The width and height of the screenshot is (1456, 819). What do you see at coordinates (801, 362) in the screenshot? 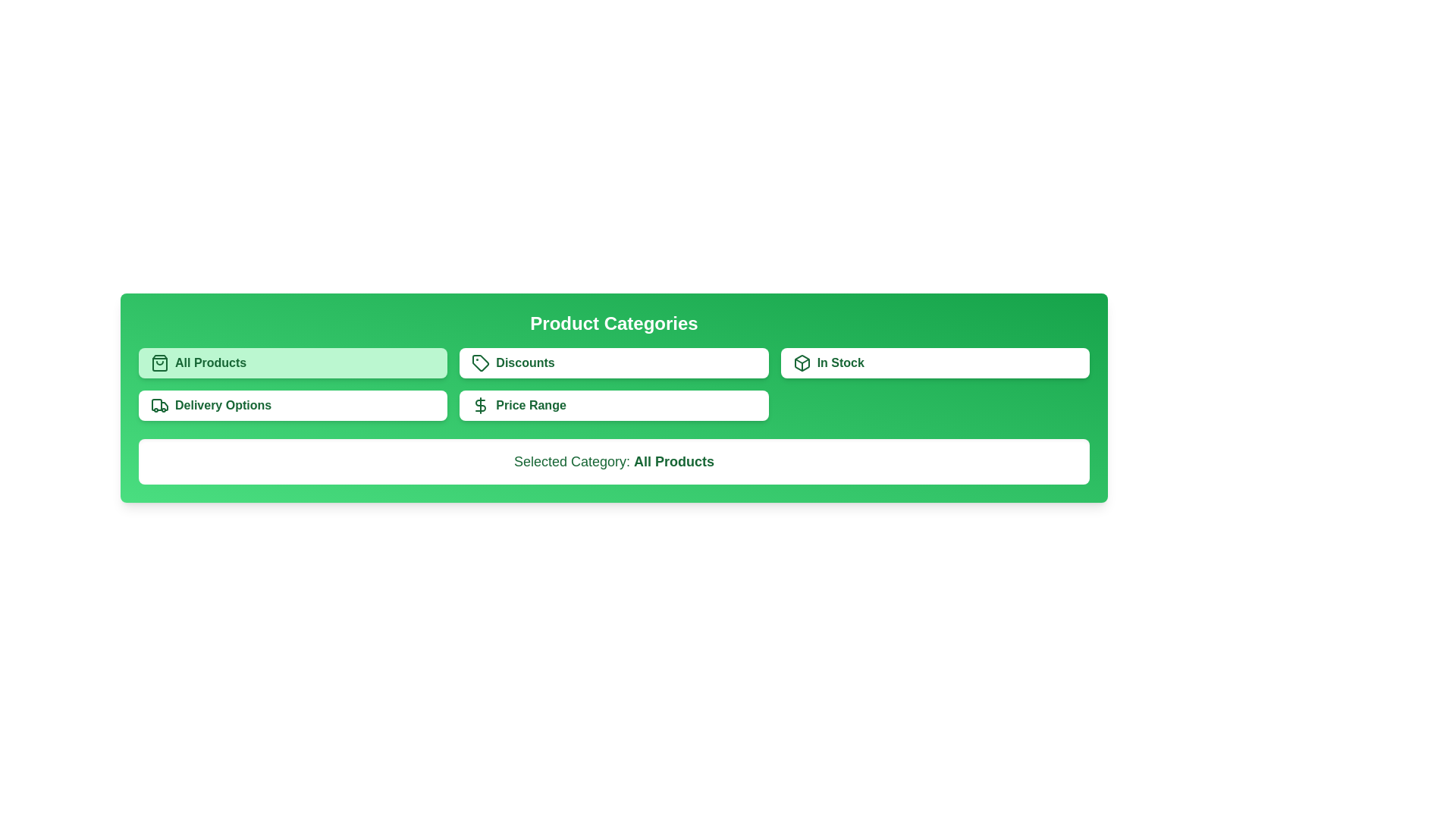
I see `the 'In Stock' icon located in the top right portion of the 'Product Categories' section within the SVG component` at bounding box center [801, 362].